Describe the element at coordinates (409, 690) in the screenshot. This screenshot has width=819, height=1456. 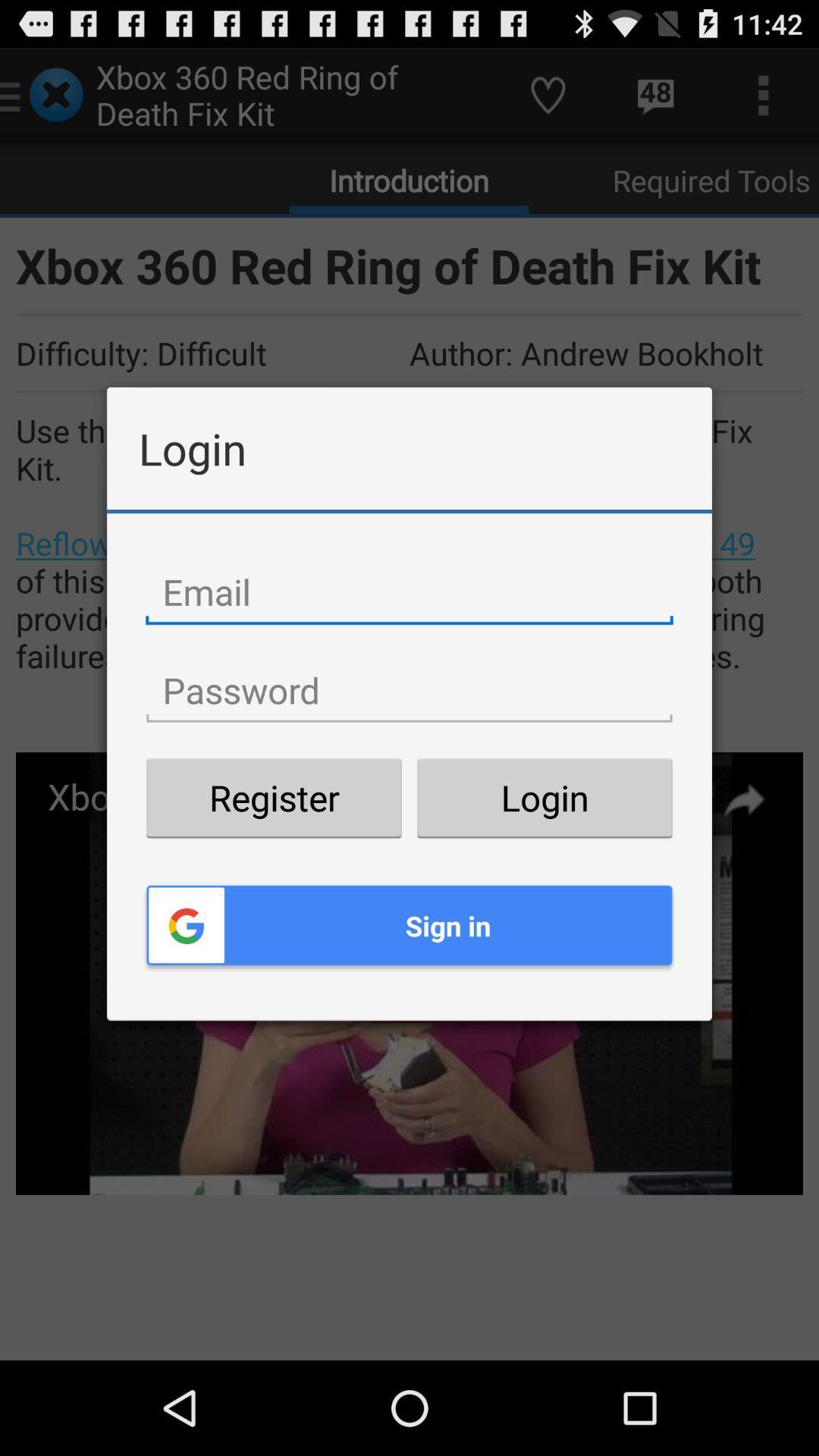
I see `type password code` at that location.